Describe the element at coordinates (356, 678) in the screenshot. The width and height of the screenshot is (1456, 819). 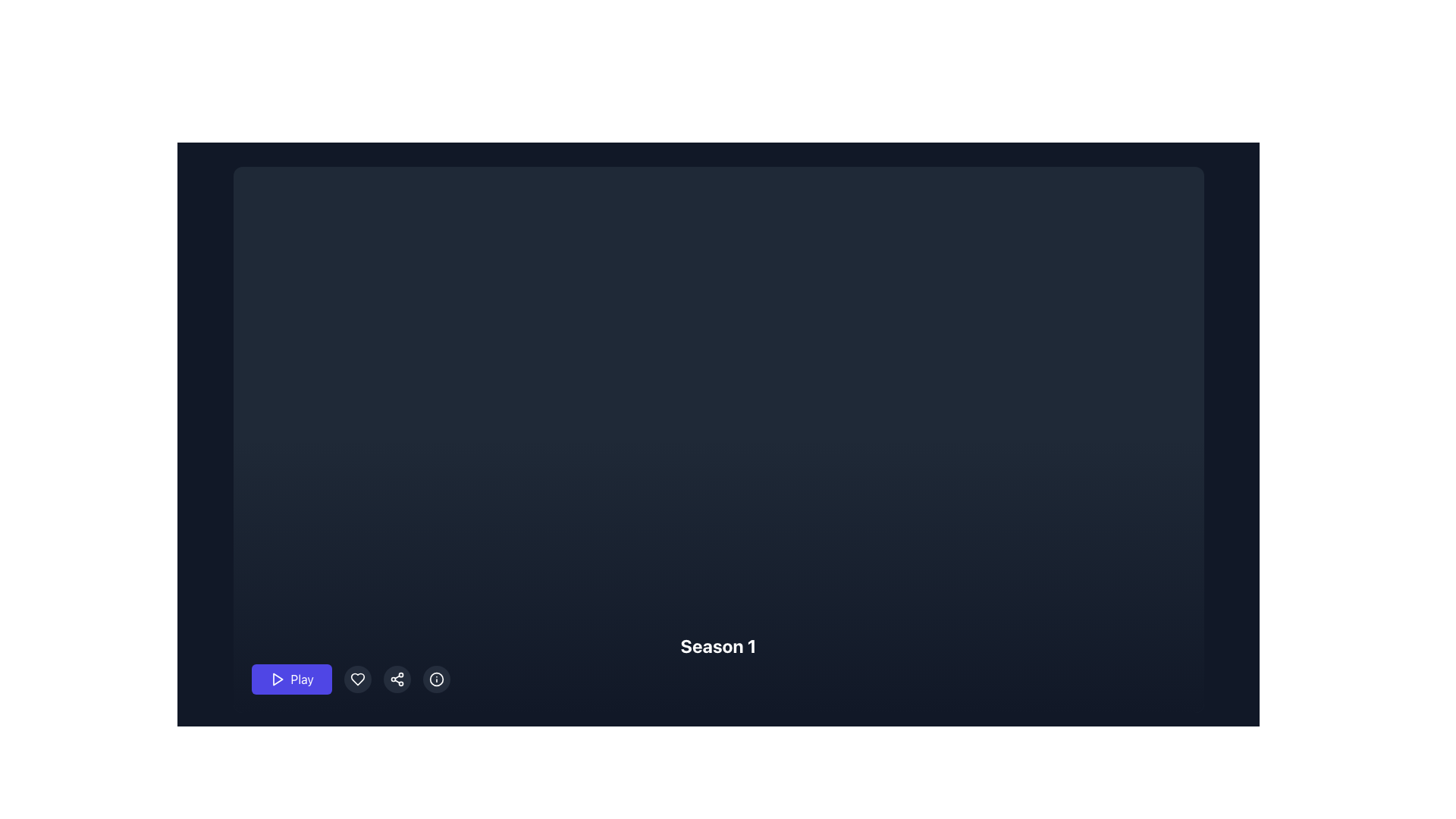
I see `the second button from the left in the bottom left section of the interface to mark the content as a favorite` at that location.